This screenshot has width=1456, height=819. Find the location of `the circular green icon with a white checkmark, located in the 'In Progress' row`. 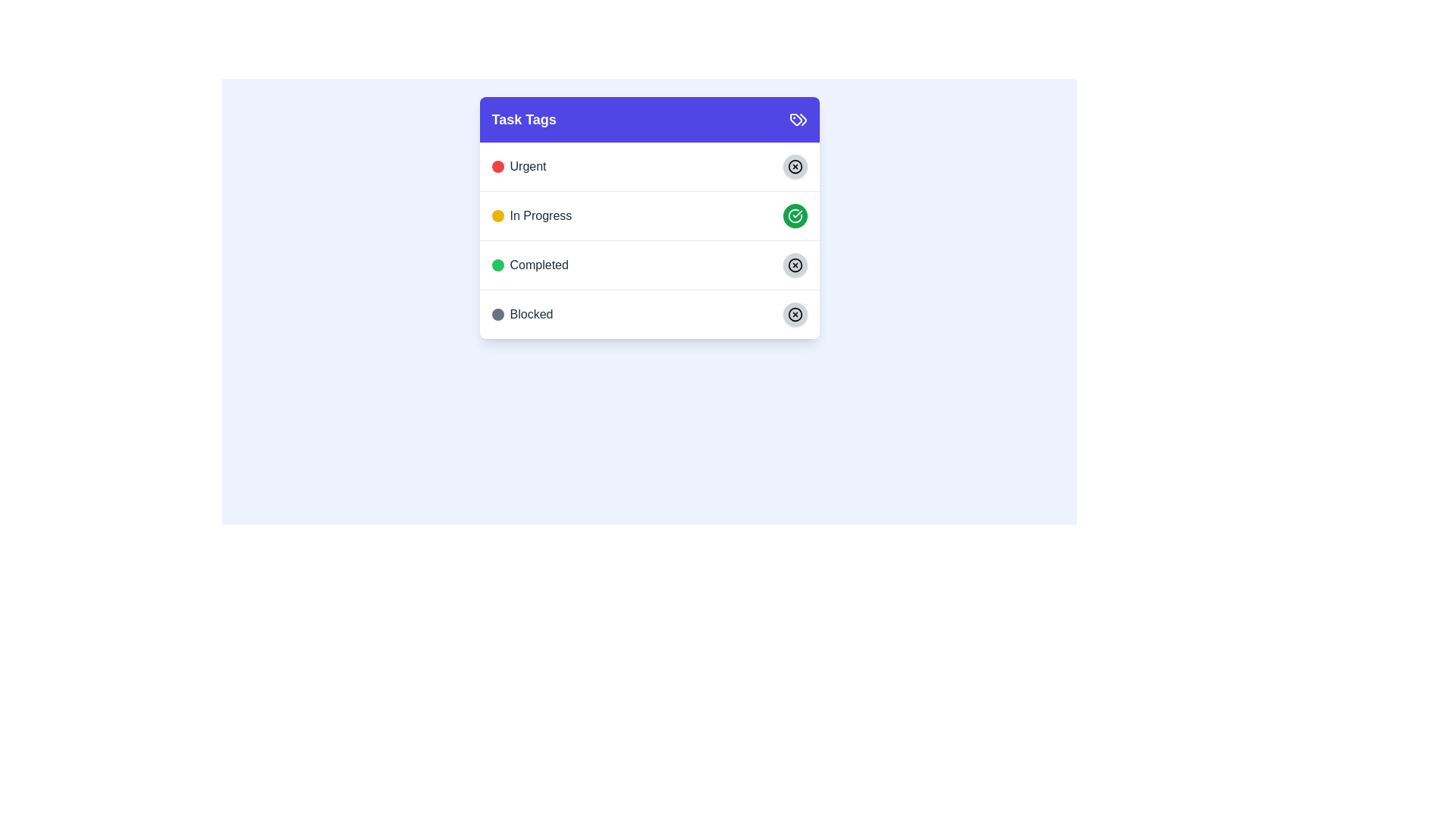

the circular green icon with a white checkmark, located in the 'In Progress' row is located at coordinates (794, 216).